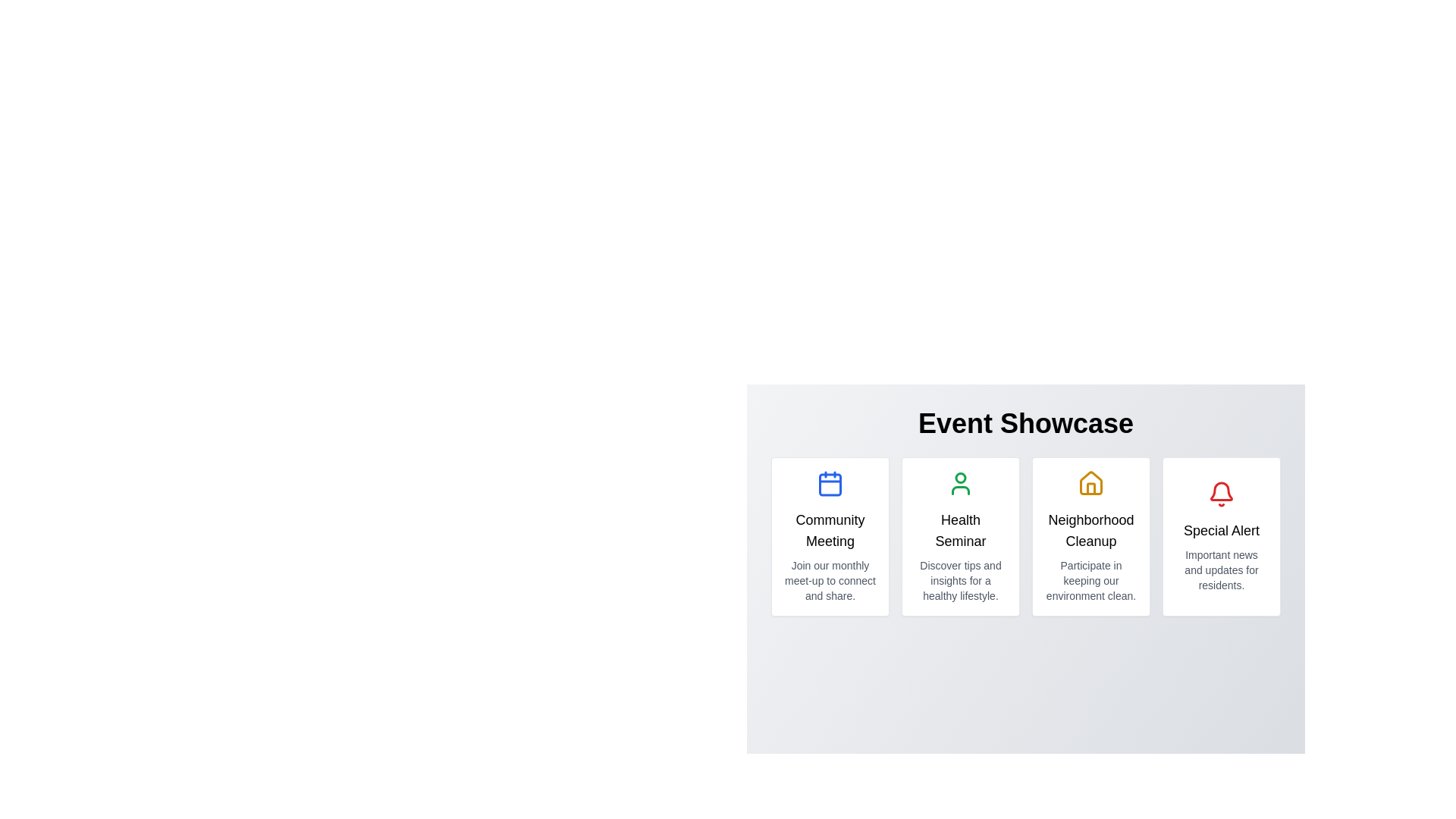 Image resolution: width=1456 pixels, height=819 pixels. Describe the element at coordinates (1090, 580) in the screenshot. I see `the text block that reads 'Participate in keeping our environment clean.', which is styled in gray and located below the 'Neighborhood Cleanup' header in the third card of a four-card grid layout` at that location.